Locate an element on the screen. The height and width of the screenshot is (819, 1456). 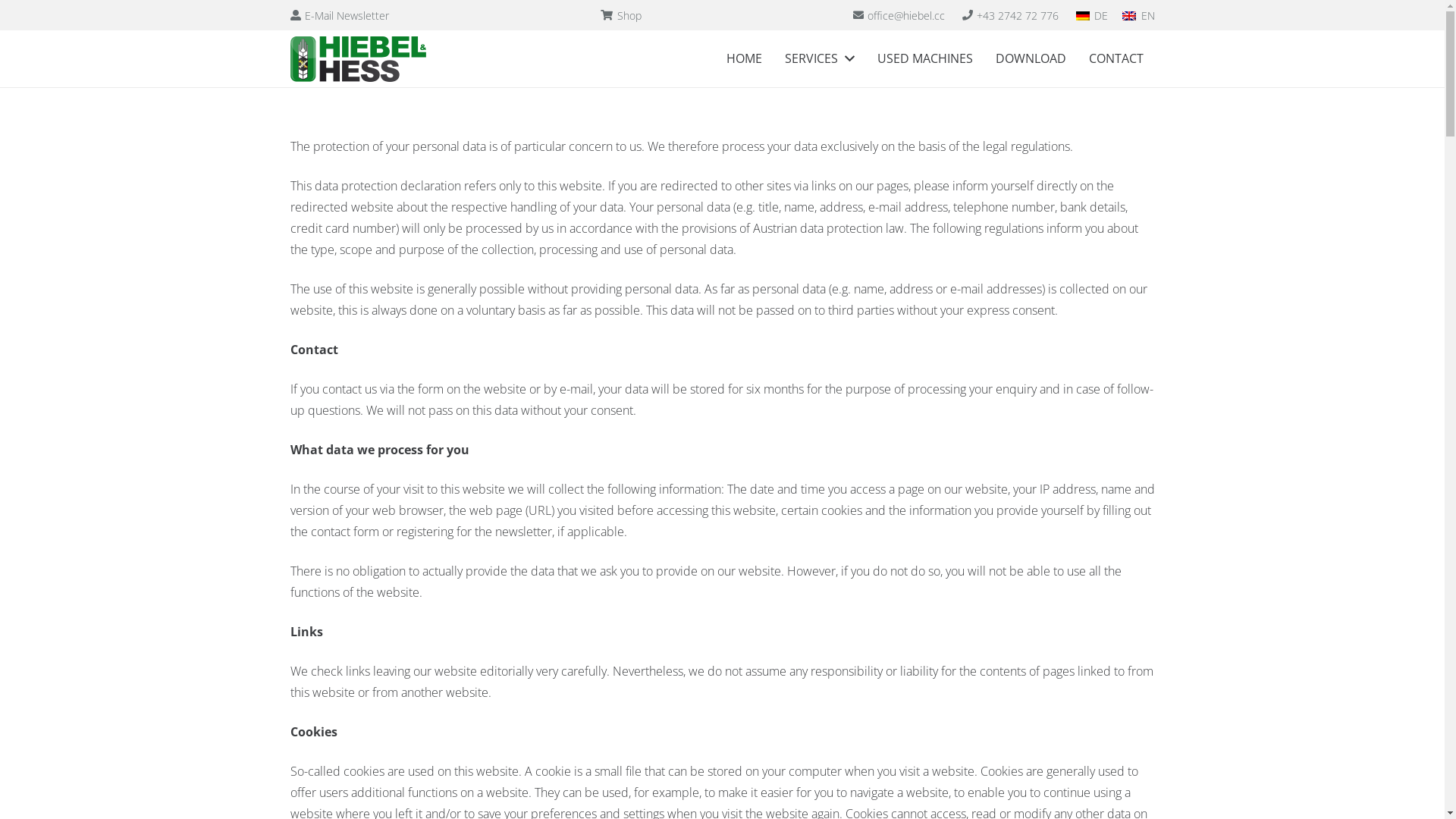
'EN' is located at coordinates (1138, 14).